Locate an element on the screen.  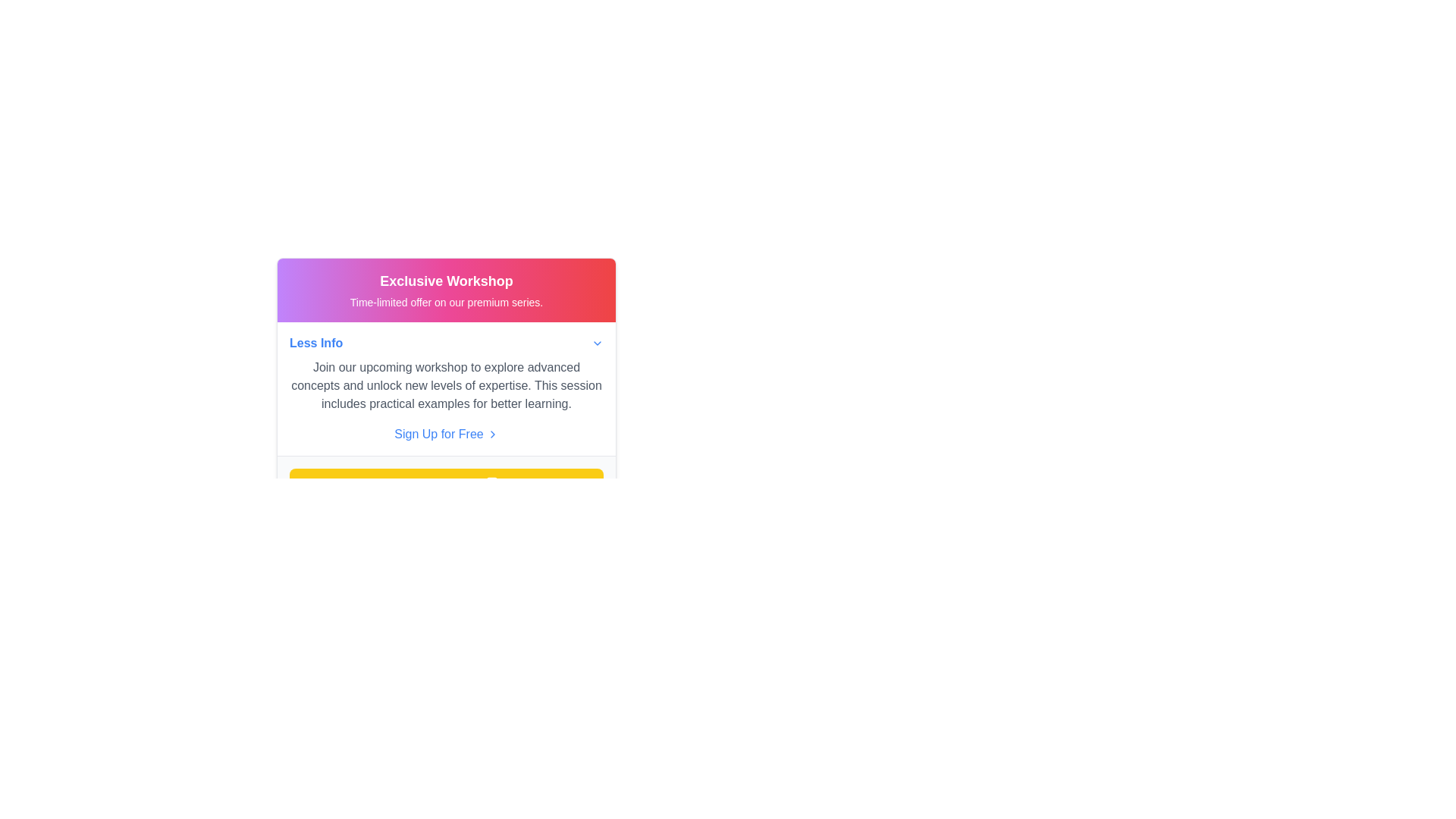
the title text label that serves as a heading for the section, which is positioned at the top of a gradient background and above a text element reading 'Time-limited offer on our premium series.' is located at coordinates (446, 281).